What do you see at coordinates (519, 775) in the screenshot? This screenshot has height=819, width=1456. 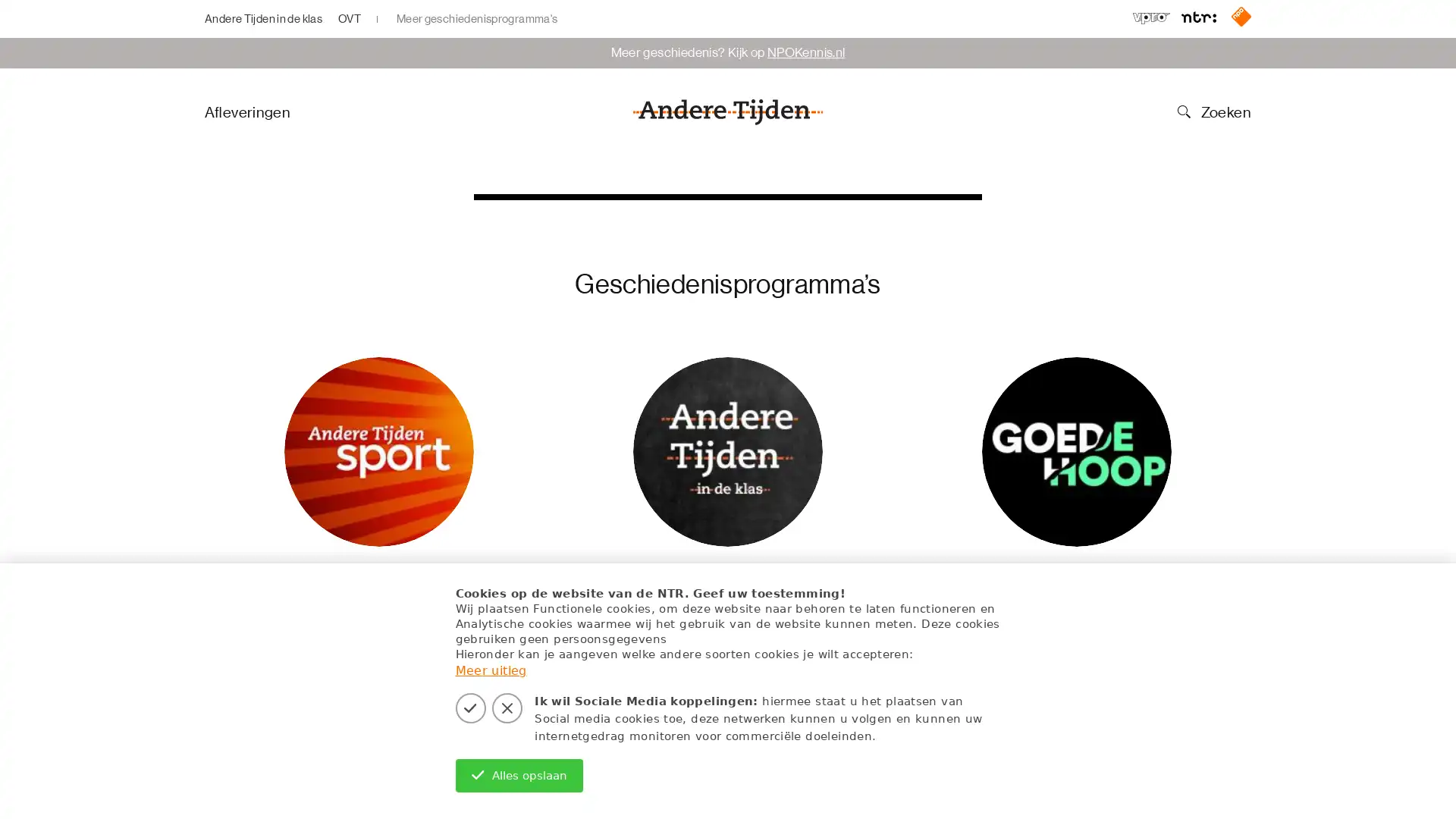 I see `Alles opslaan` at bounding box center [519, 775].